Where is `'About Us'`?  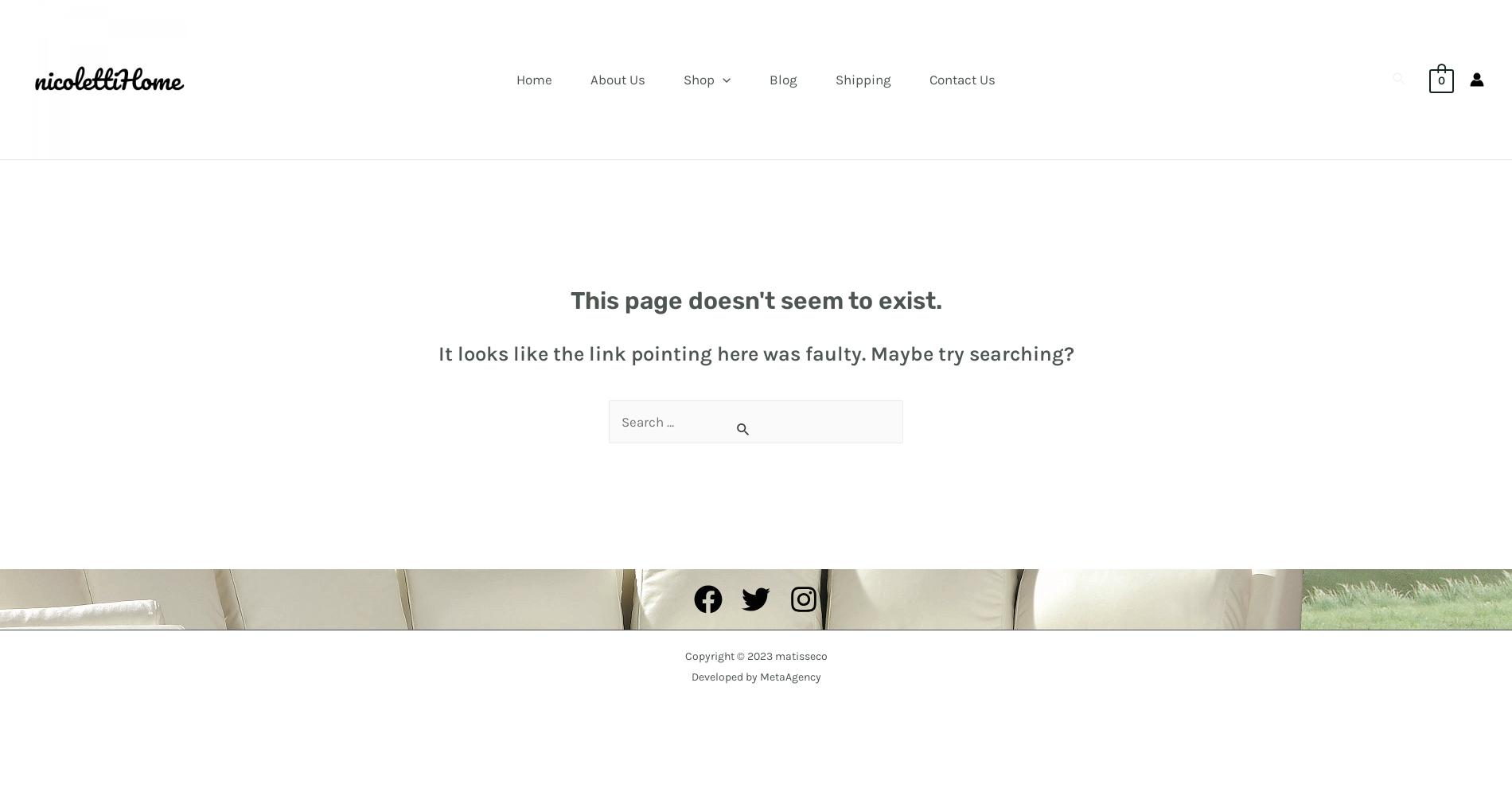
'About Us' is located at coordinates (617, 79).